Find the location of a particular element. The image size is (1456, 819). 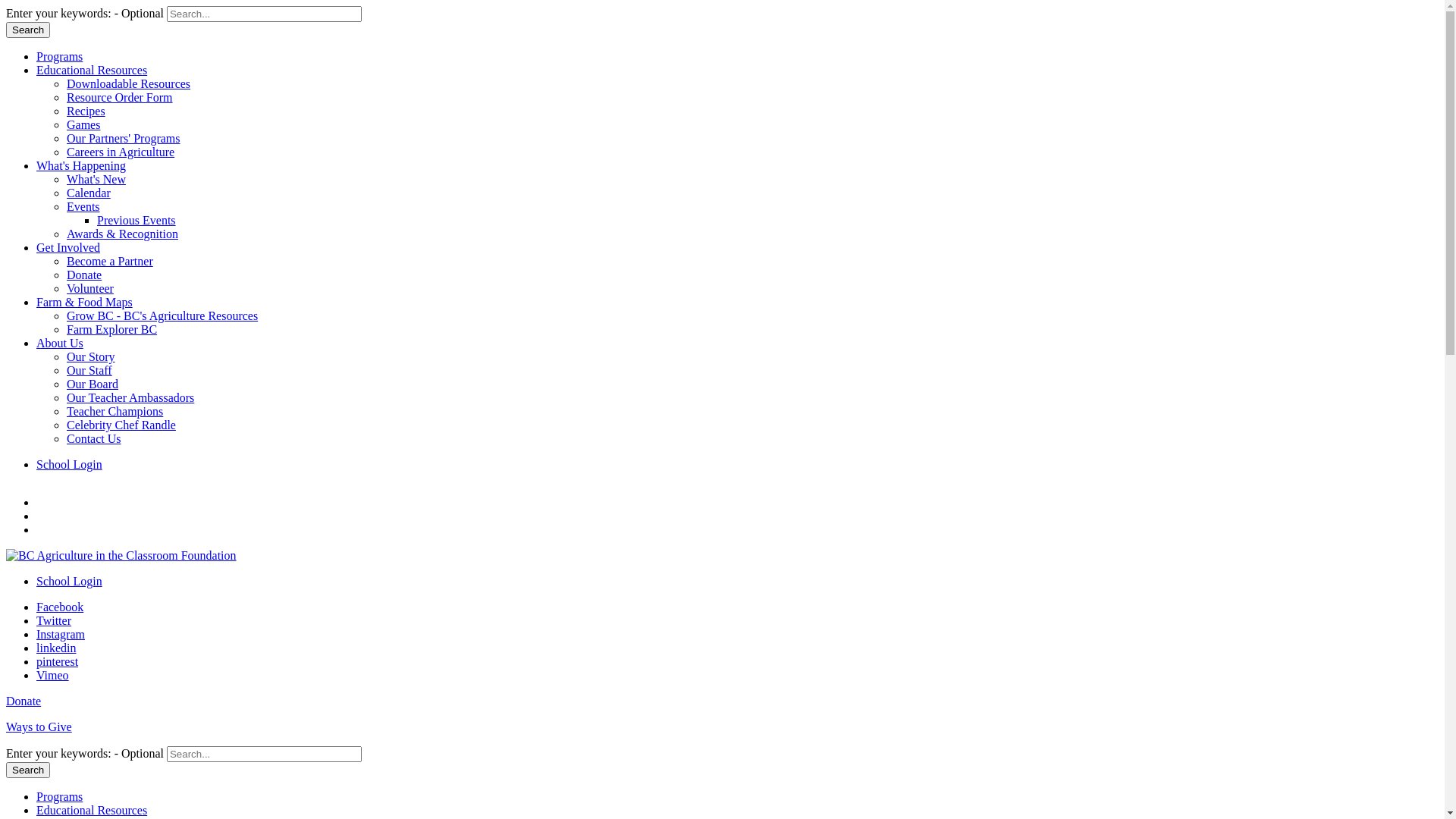

'Instagram' is located at coordinates (61, 634).